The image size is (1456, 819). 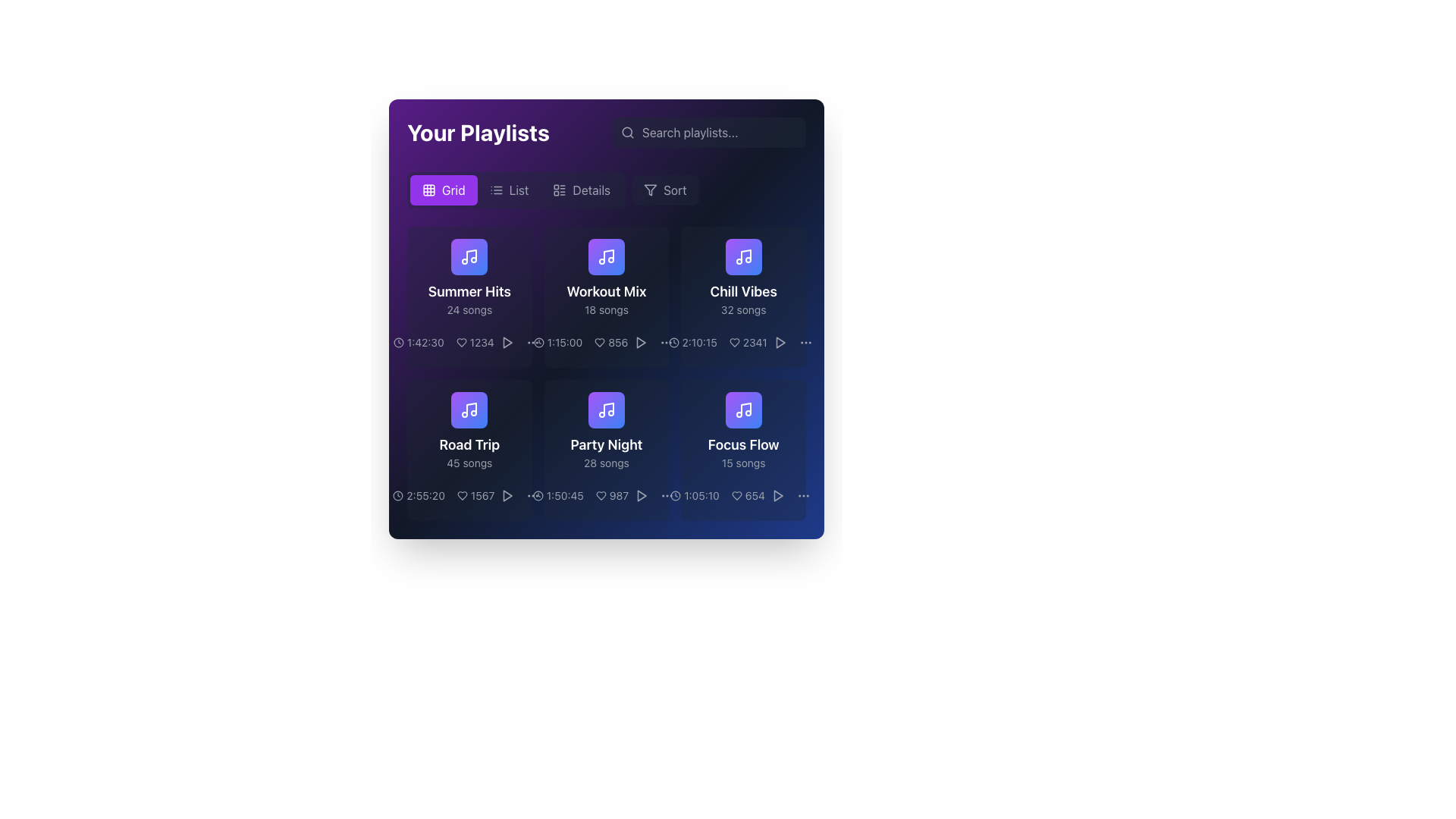 What do you see at coordinates (507, 342) in the screenshot?
I see `the playback button located in the first playlist card under the 'Summer Hits' title, next to '1234'` at bounding box center [507, 342].